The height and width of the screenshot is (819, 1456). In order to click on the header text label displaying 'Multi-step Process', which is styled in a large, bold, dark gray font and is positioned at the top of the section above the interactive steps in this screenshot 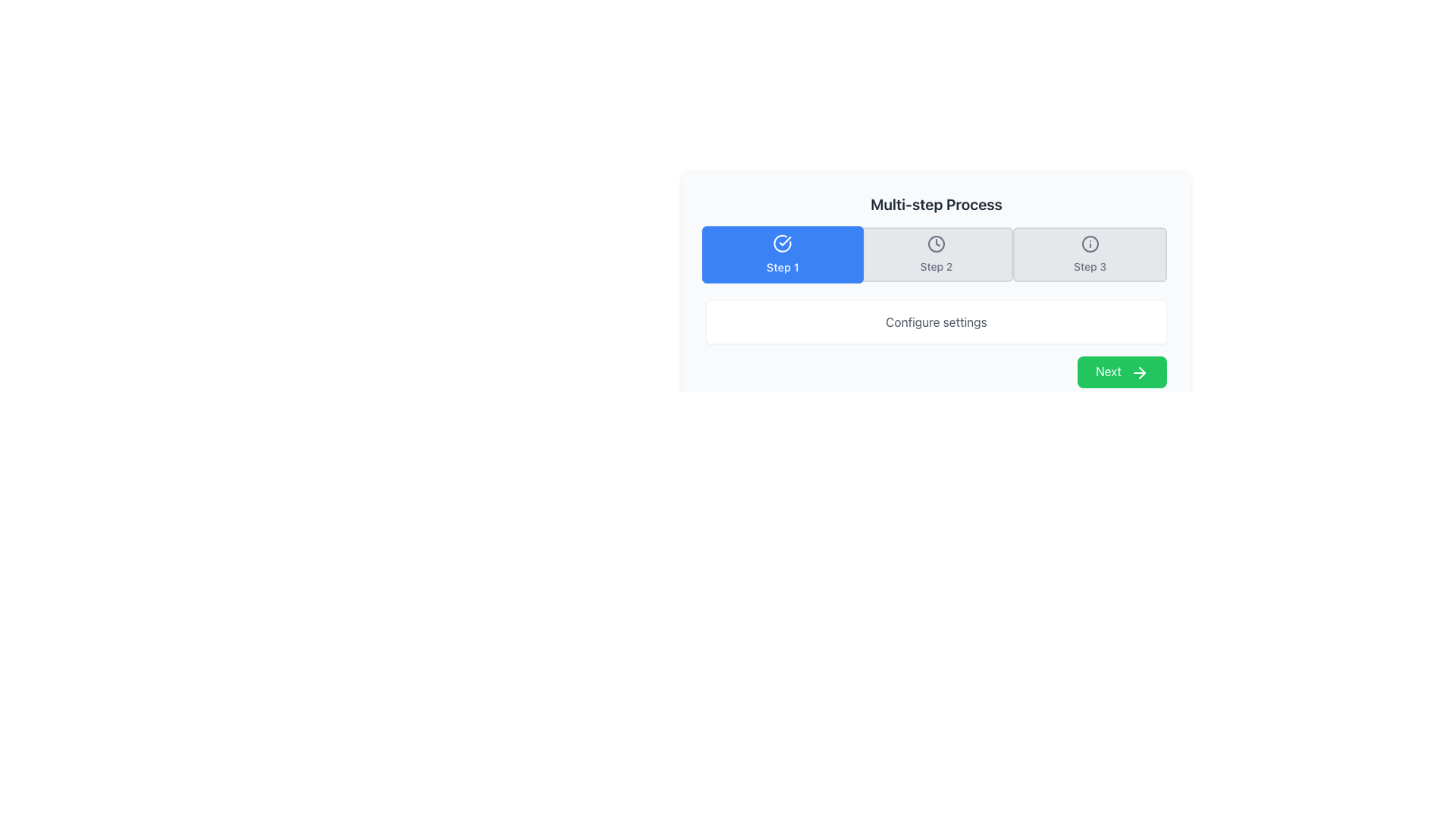, I will do `click(935, 205)`.